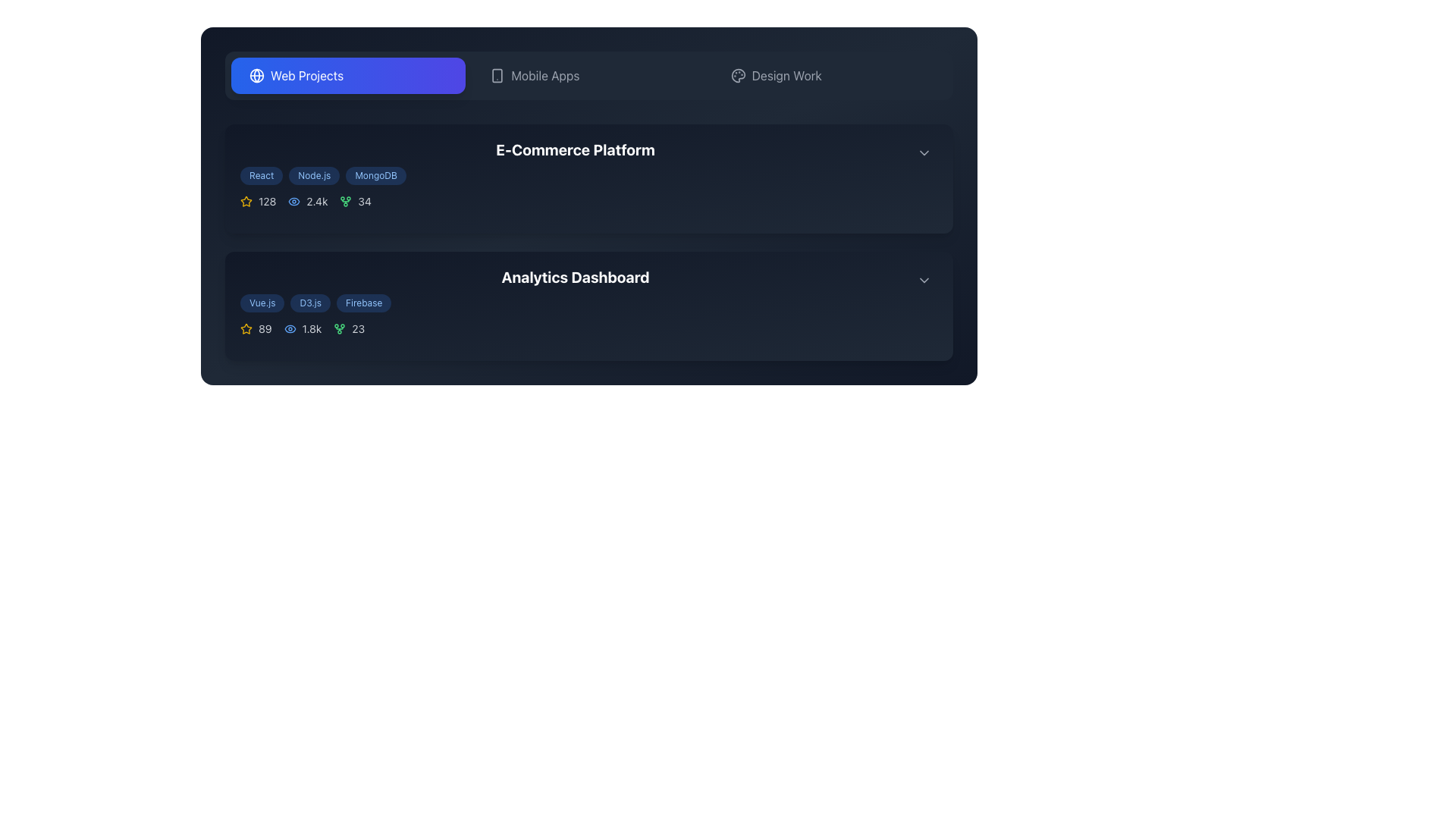 This screenshot has height=819, width=1456. Describe the element at coordinates (924, 152) in the screenshot. I see `the circular button with a dark background and a downward-facing chevron icon` at that location.